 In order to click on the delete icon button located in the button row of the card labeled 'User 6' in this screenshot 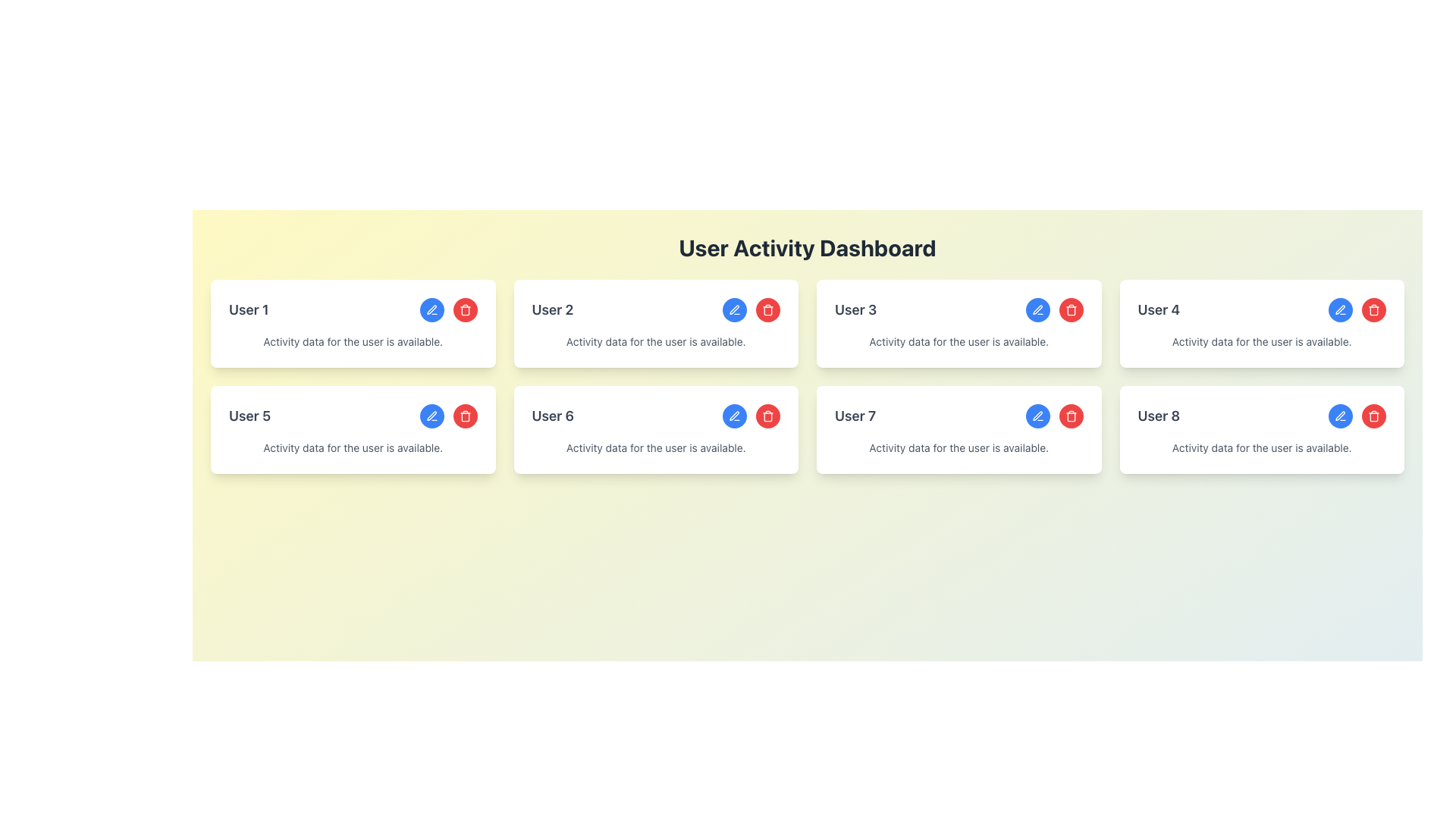, I will do `click(767, 417)`.